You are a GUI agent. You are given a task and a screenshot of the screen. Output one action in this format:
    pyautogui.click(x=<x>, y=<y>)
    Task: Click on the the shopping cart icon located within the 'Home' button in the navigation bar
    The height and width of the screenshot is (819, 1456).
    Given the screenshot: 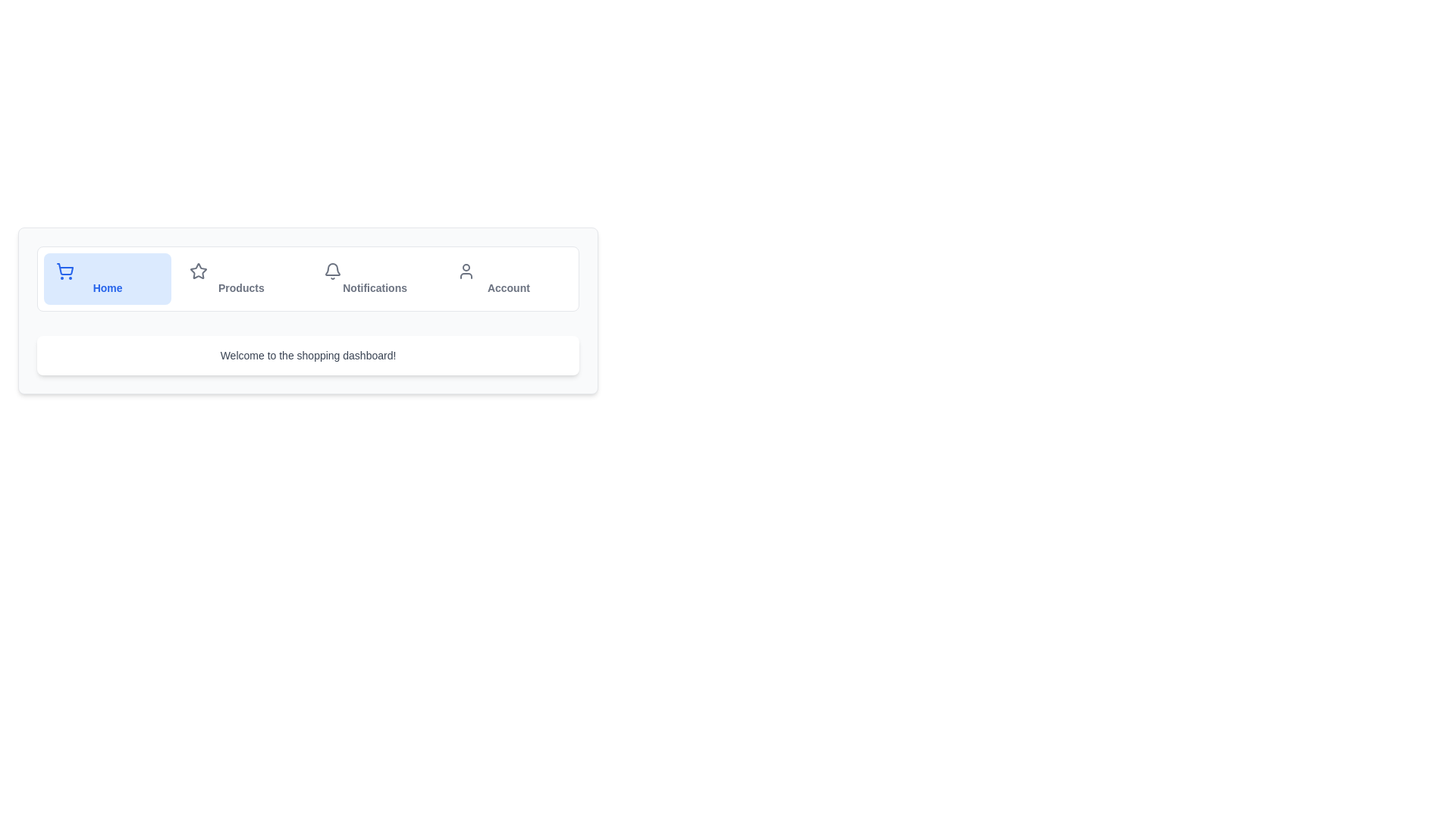 What is the action you would take?
    pyautogui.click(x=64, y=271)
    